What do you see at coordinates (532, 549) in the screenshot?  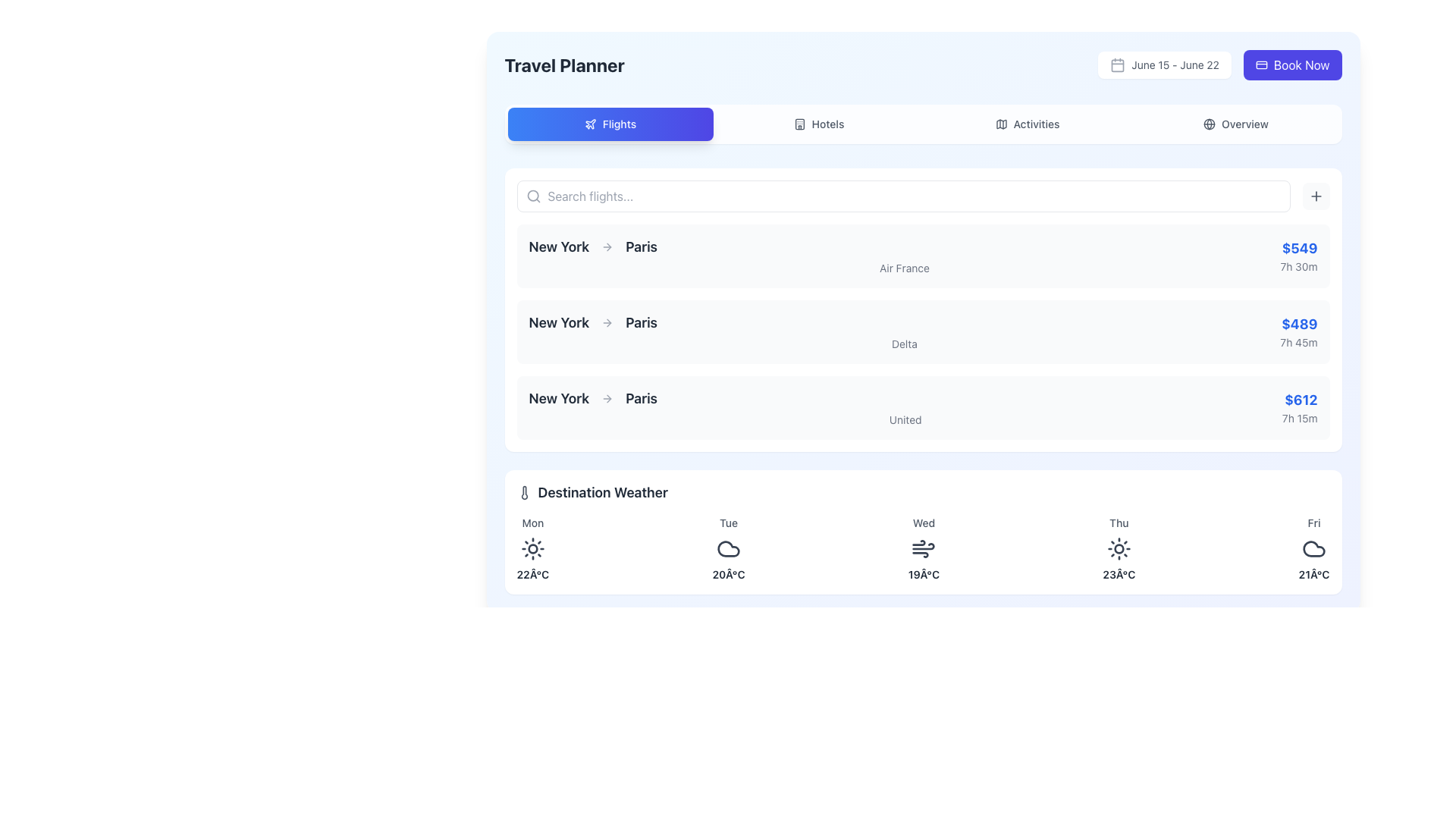 I see `the decorative sun icon in the 'Destination Weather' section beneath the 'Mon' column, which is represented by a central circular shape` at bounding box center [532, 549].